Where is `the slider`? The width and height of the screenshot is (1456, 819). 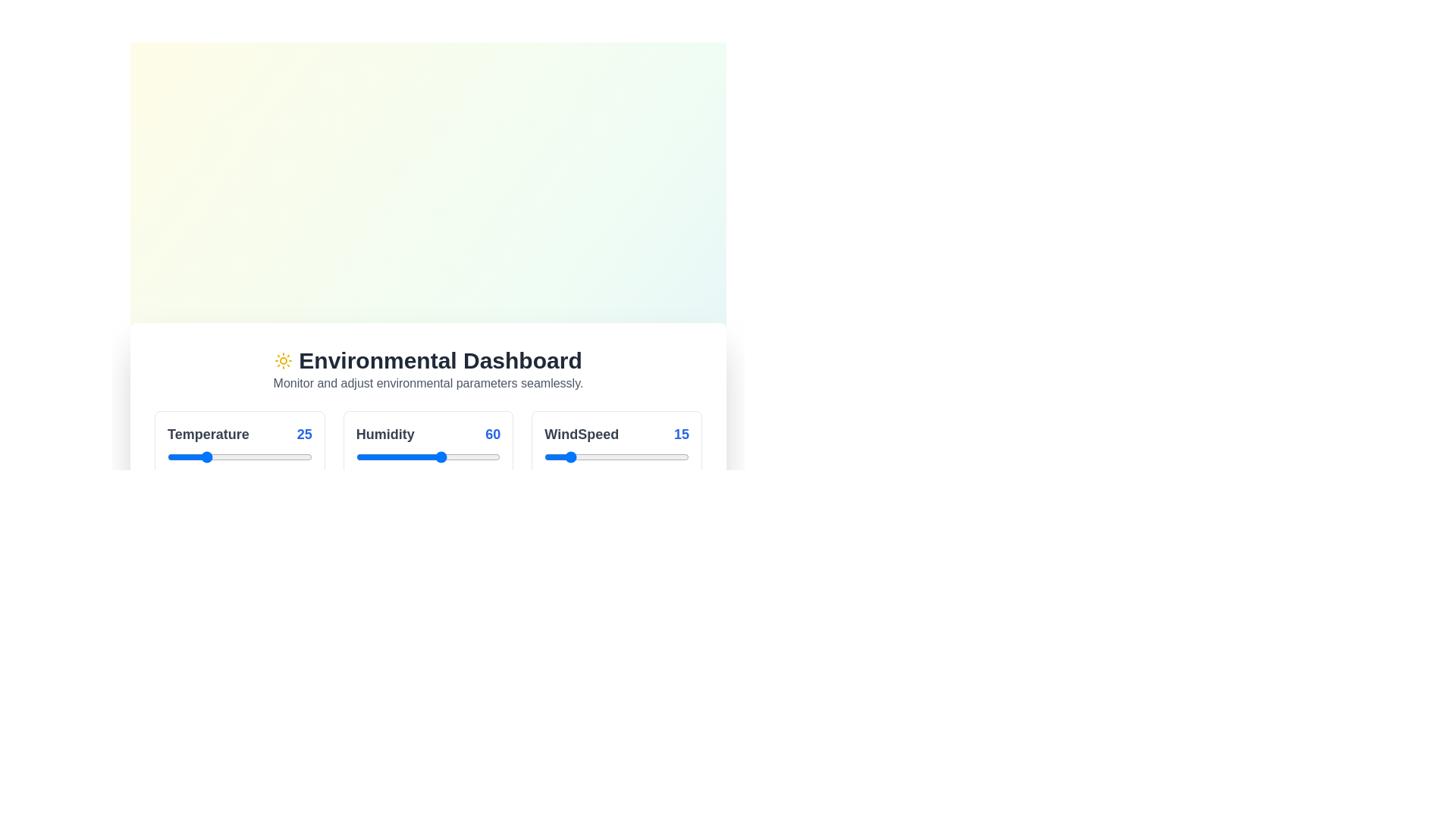
the slider is located at coordinates (193, 456).